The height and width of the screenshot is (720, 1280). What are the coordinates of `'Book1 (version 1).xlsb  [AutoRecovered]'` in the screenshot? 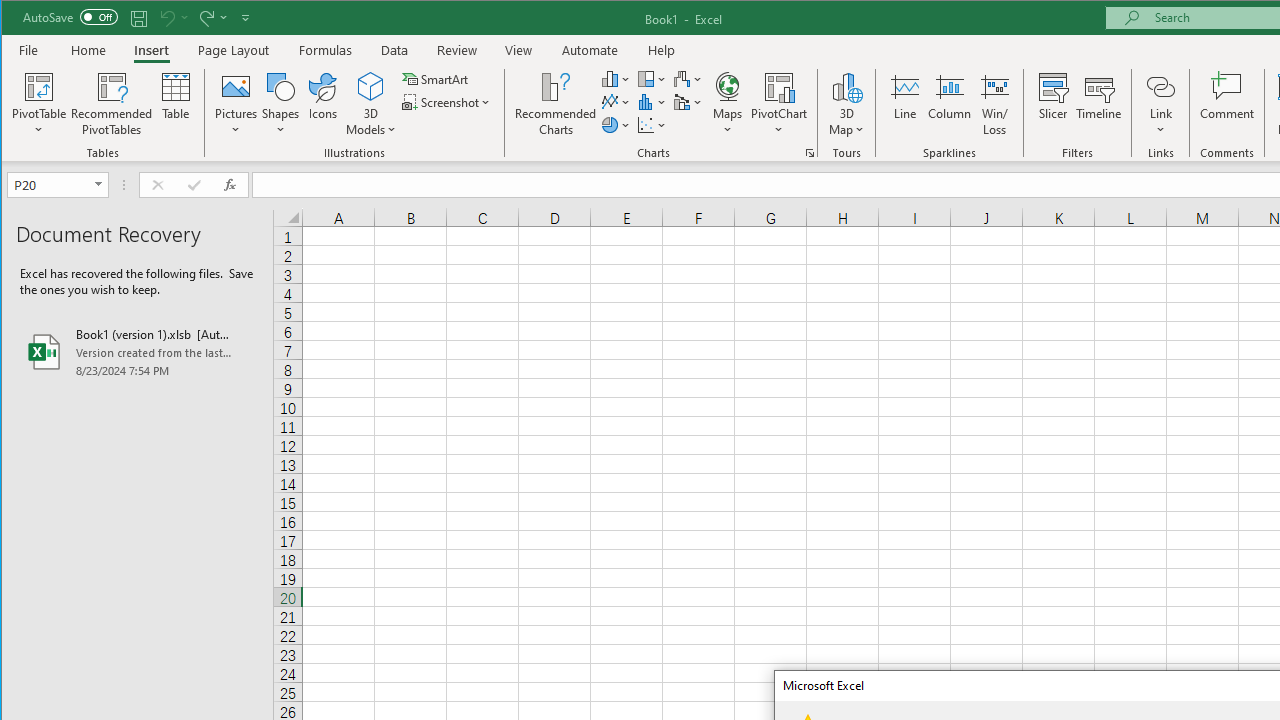 It's located at (136, 351).